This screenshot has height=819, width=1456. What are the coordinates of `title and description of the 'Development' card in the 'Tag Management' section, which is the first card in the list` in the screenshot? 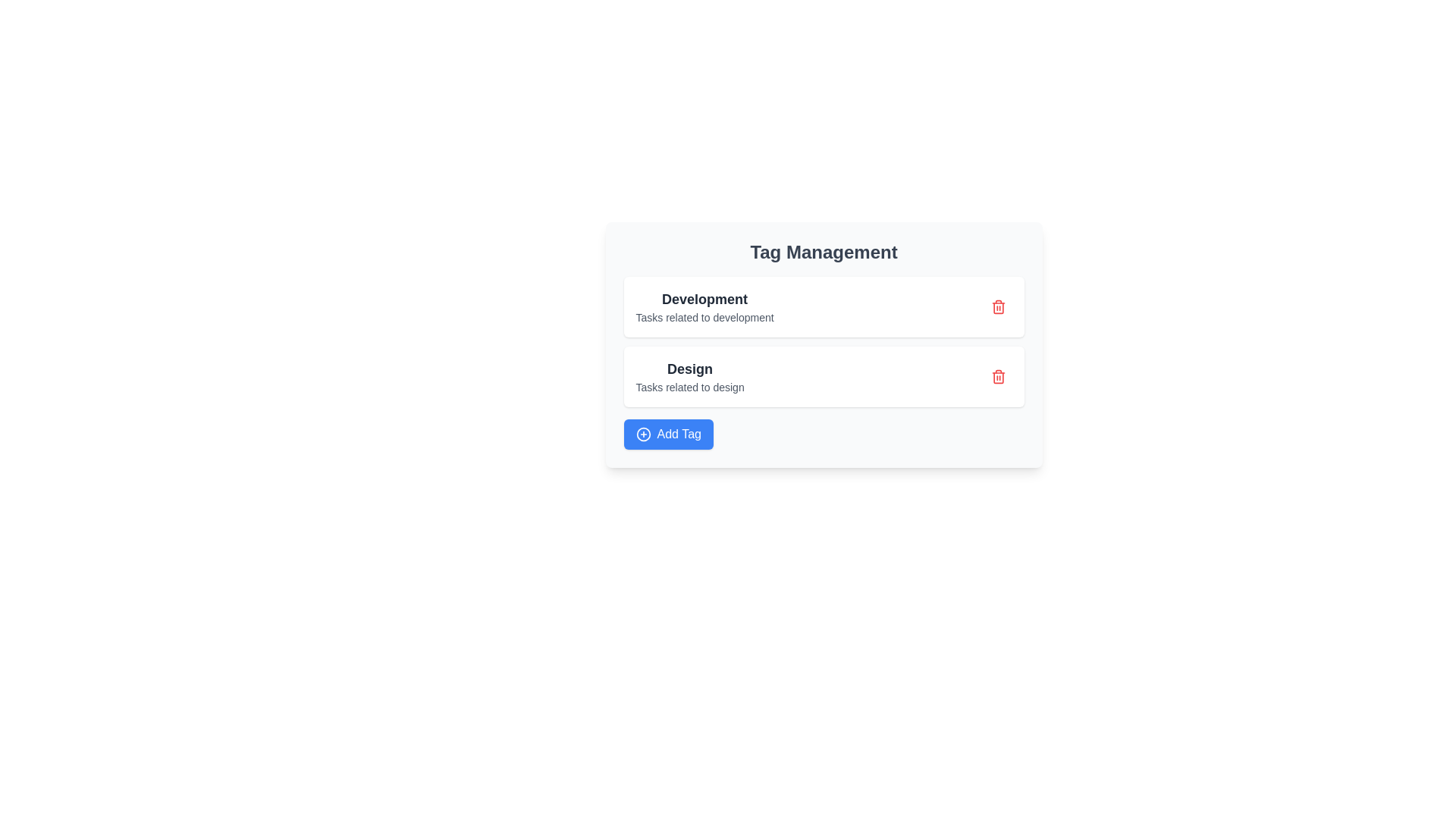 It's located at (823, 307).